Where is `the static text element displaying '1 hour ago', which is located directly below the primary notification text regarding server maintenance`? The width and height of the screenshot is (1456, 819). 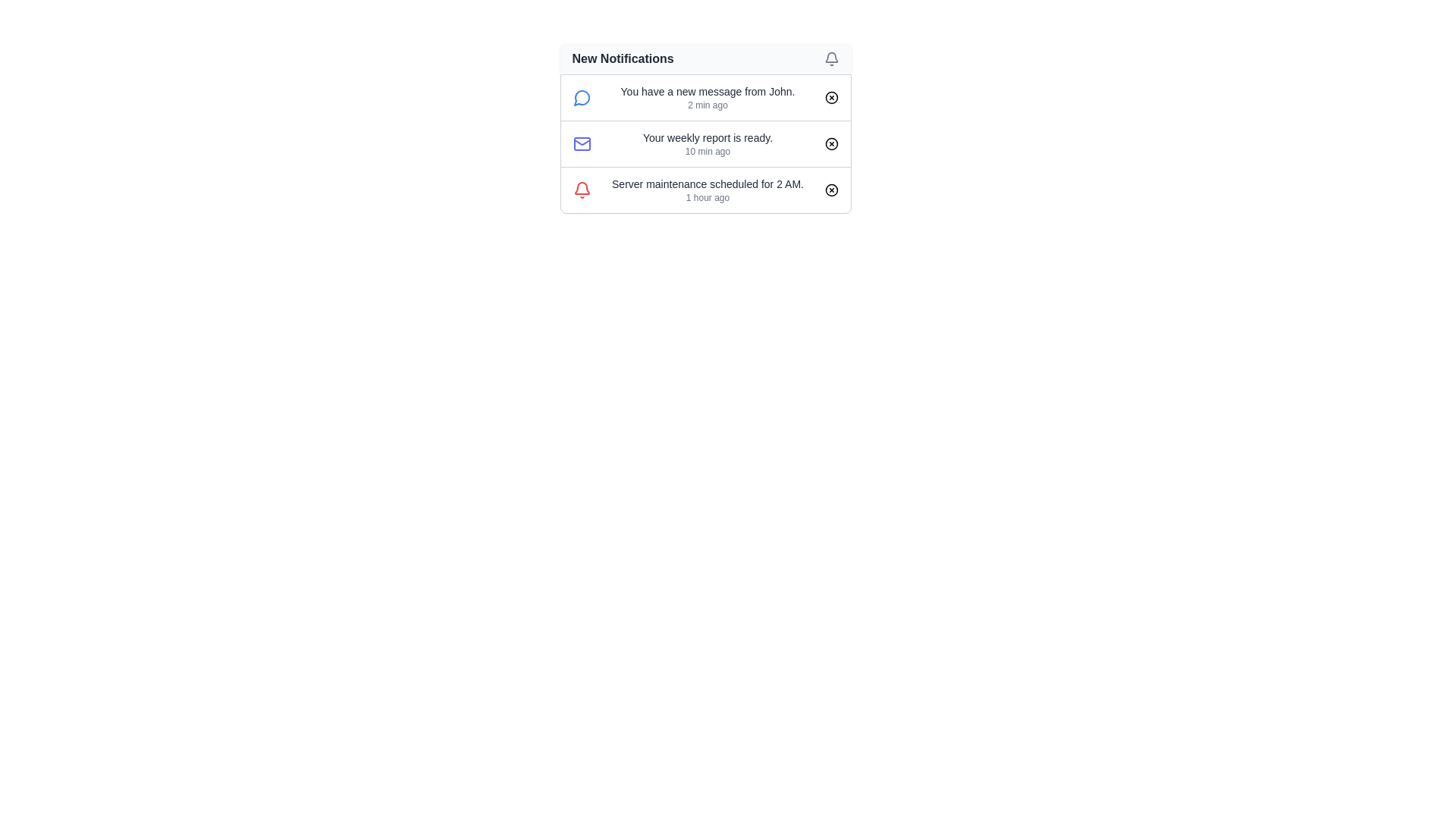 the static text element displaying '1 hour ago', which is located directly below the primary notification text regarding server maintenance is located at coordinates (707, 197).